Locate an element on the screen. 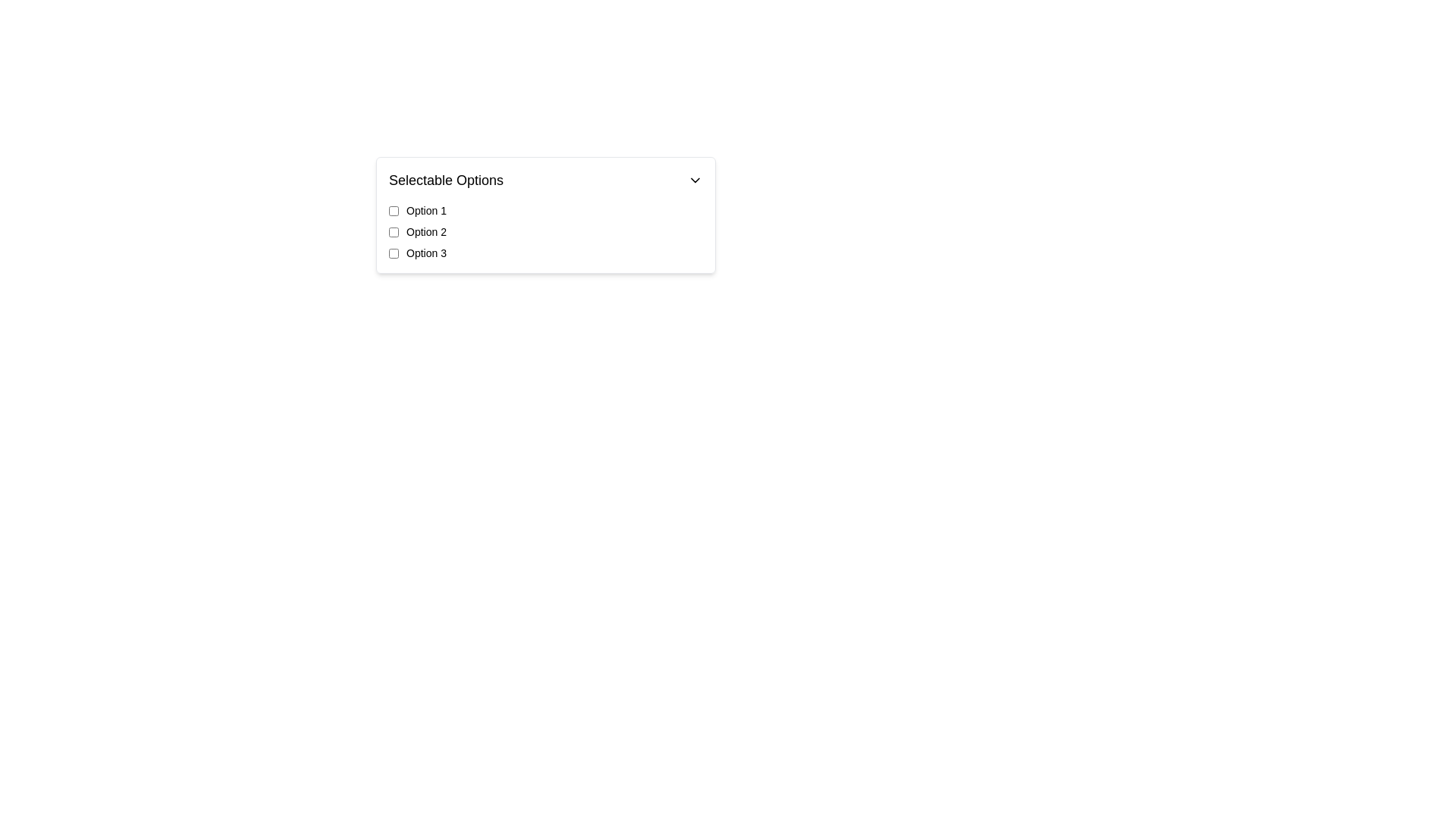 The width and height of the screenshot is (1456, 819). the unmarked checkbox aligned to the left of the label 'Option 3' is located at coordinates (394, 253).